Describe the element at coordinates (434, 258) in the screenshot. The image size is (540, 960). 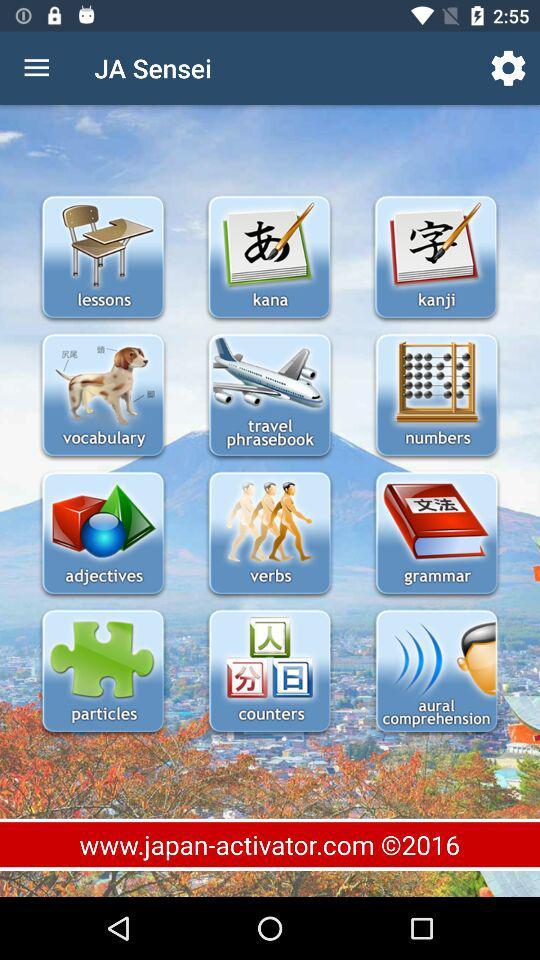
I see `press button for kanji` at that location.